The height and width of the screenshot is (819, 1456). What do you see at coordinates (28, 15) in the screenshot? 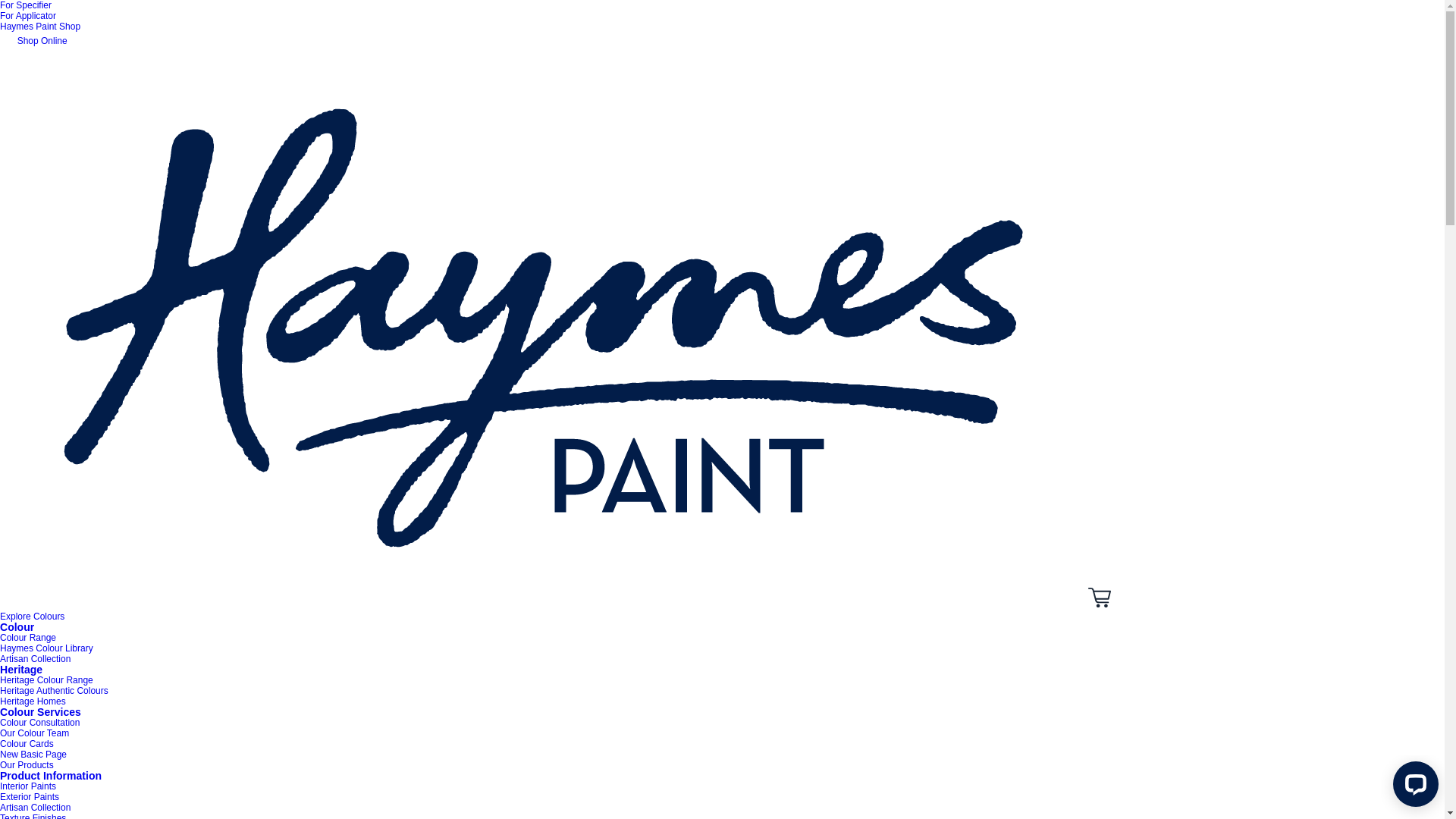
I see `'For Applicator'` at bounding box center [28, 15].